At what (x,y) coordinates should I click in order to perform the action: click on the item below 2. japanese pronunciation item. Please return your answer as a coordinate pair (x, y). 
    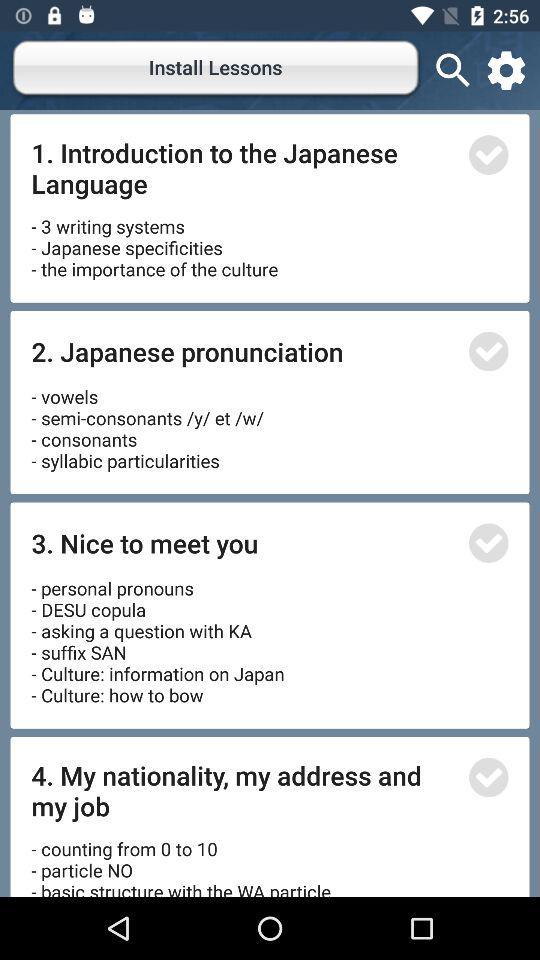
    Looking at the image, I should click on (149, 422).